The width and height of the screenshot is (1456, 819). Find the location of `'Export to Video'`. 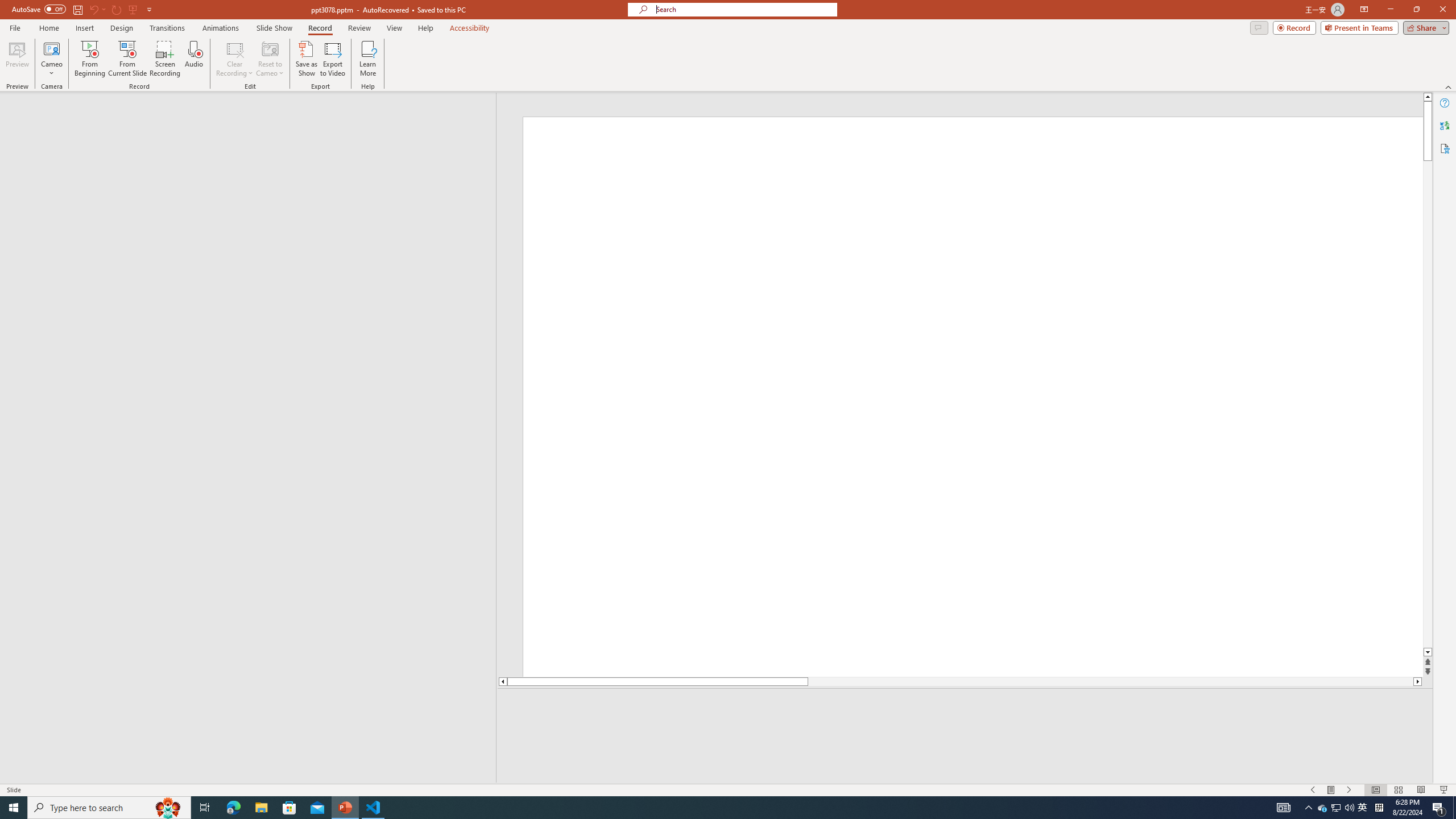

'Export to Video' is located at coordinates (332, 59).